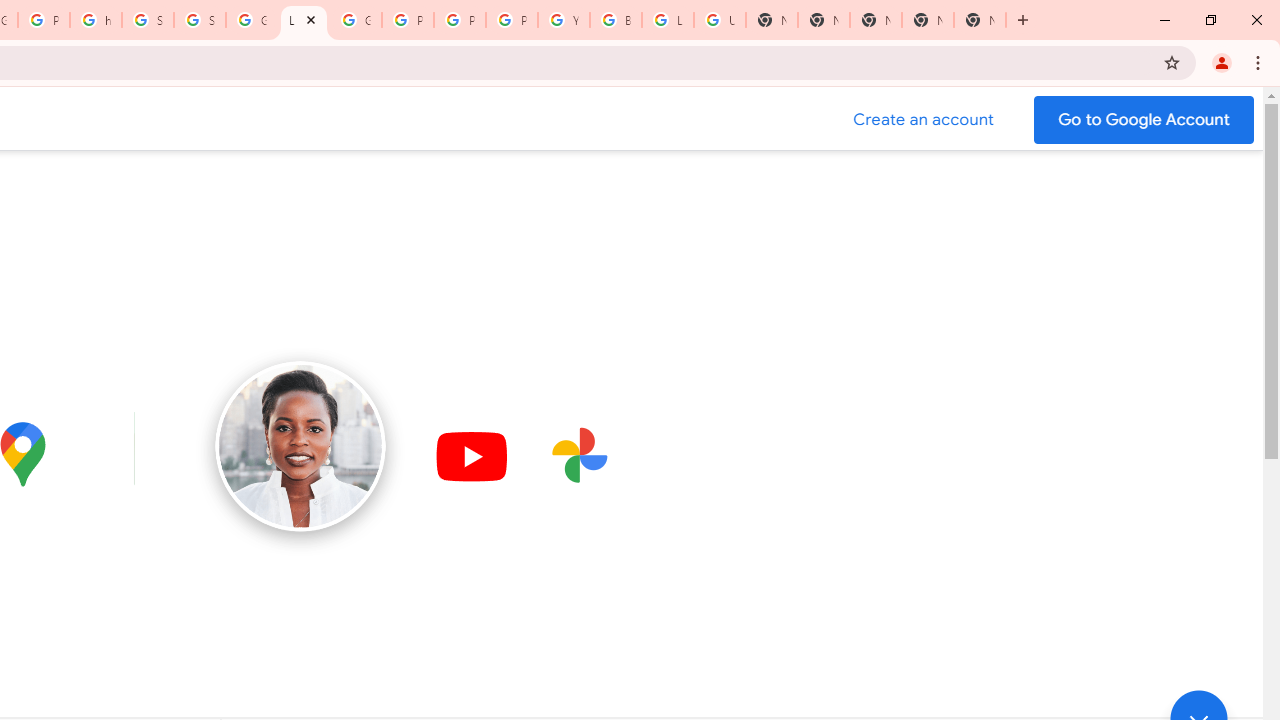 The height and width of the screenshot is (720, 1280). I want to click on 'Sign in - Google Accounts', so click(146, 20).